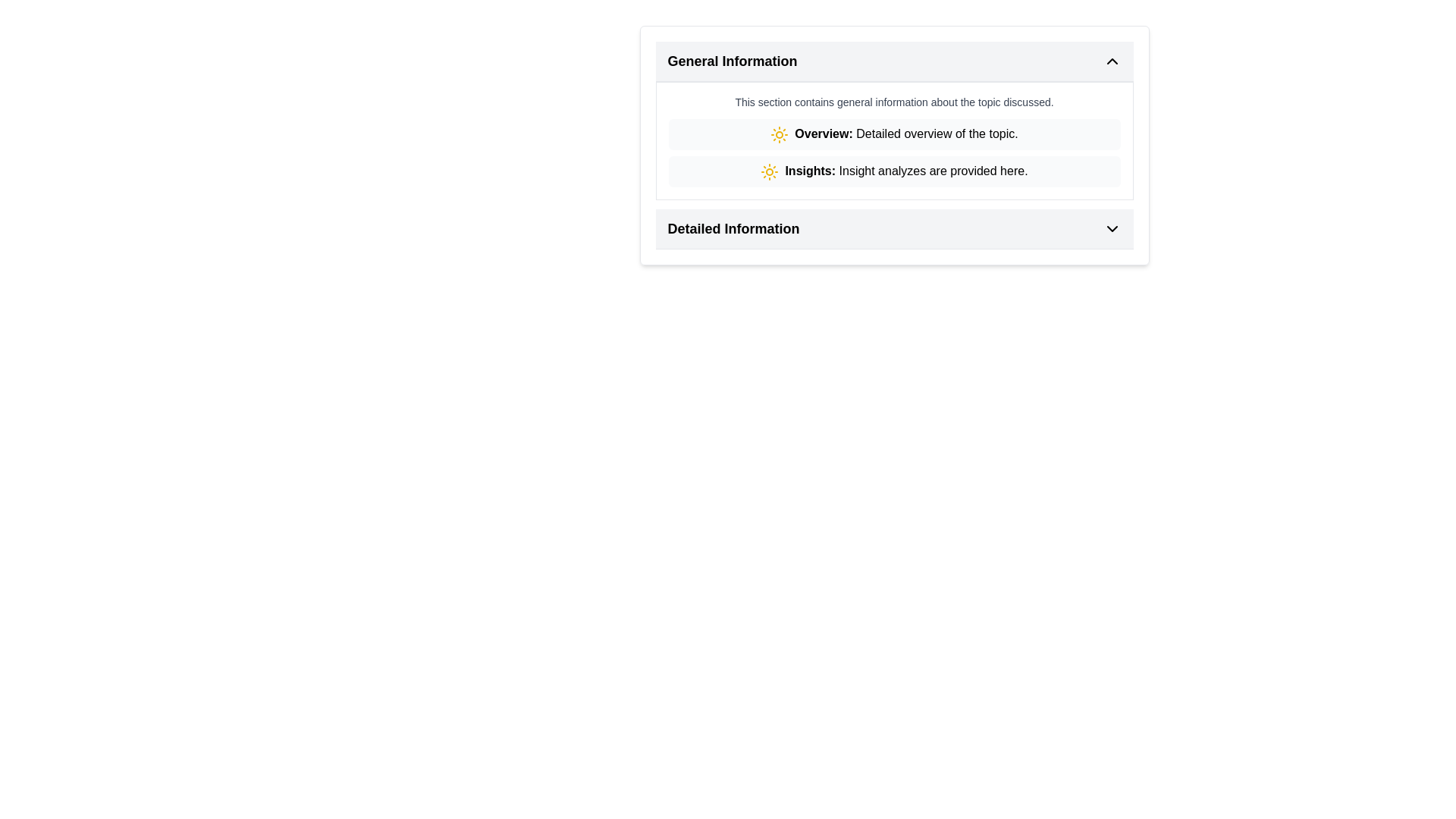 This screenshot has width=1456, height=819. Describe the element at coordinates (770, 171) in the screenshot. I see `the sun icon element located in the 'Insights' section, which visually reinforces the concept of insights or illumination and is positioned adjacent to the text 'Insights: Insight analyzes are provided here.'` at that location.